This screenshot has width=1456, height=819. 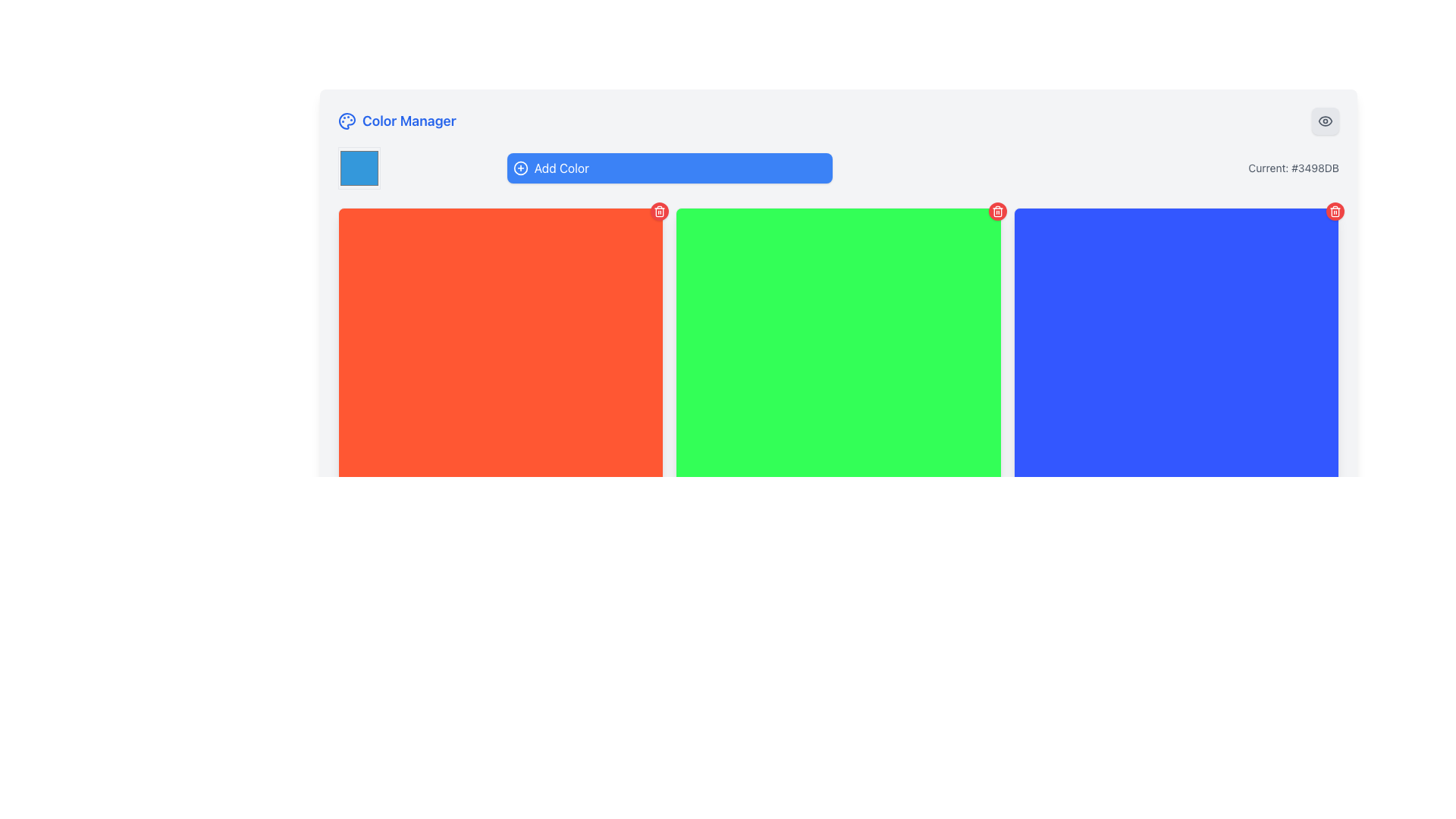 What do you see at coordinates (837, 370) in the screenshot?
I see `the second square item` at bounding box center [837, 370].